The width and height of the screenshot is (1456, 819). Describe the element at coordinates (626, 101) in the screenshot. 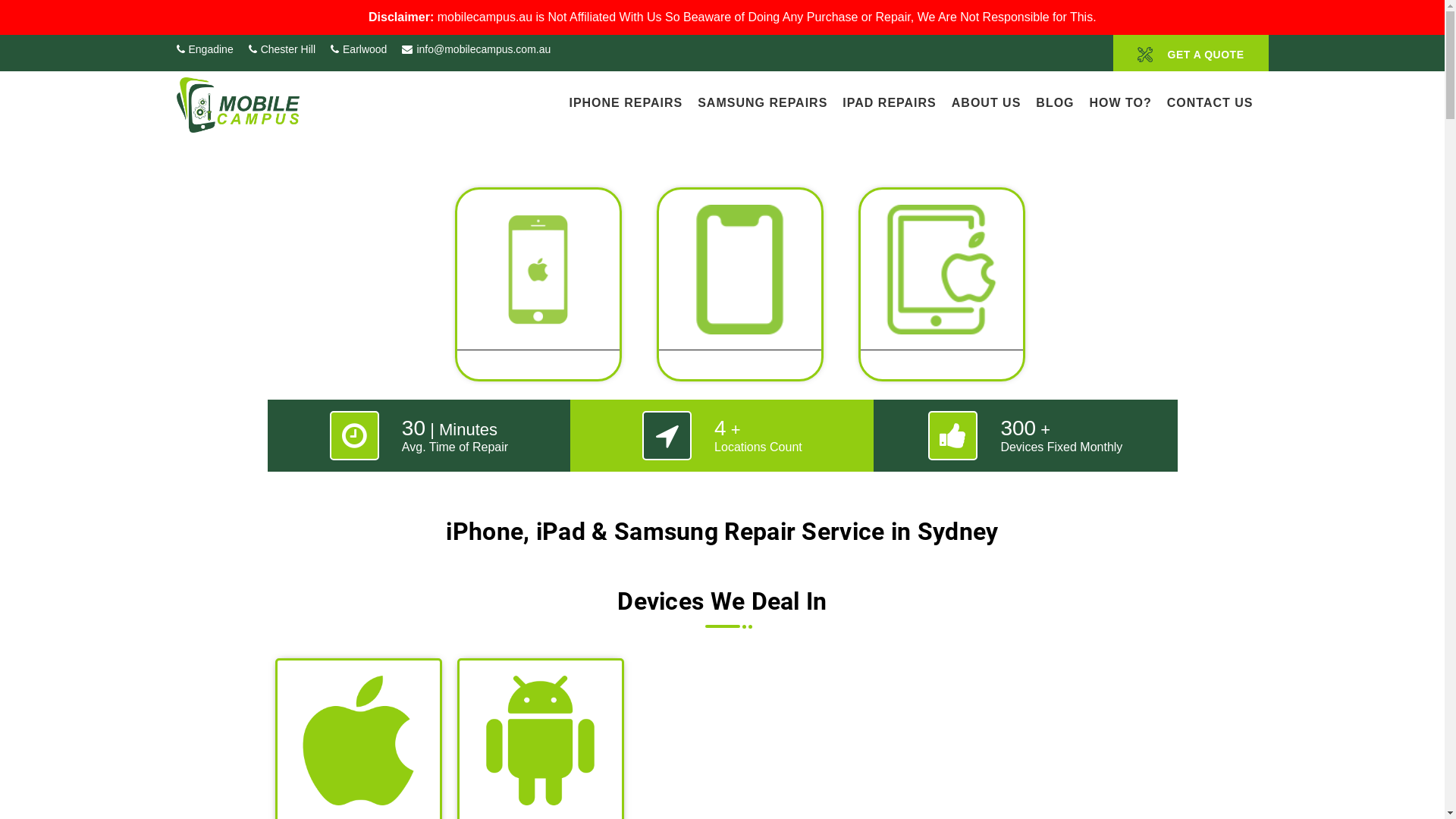

I see `'IPHONE REPAIRS'` at that location.